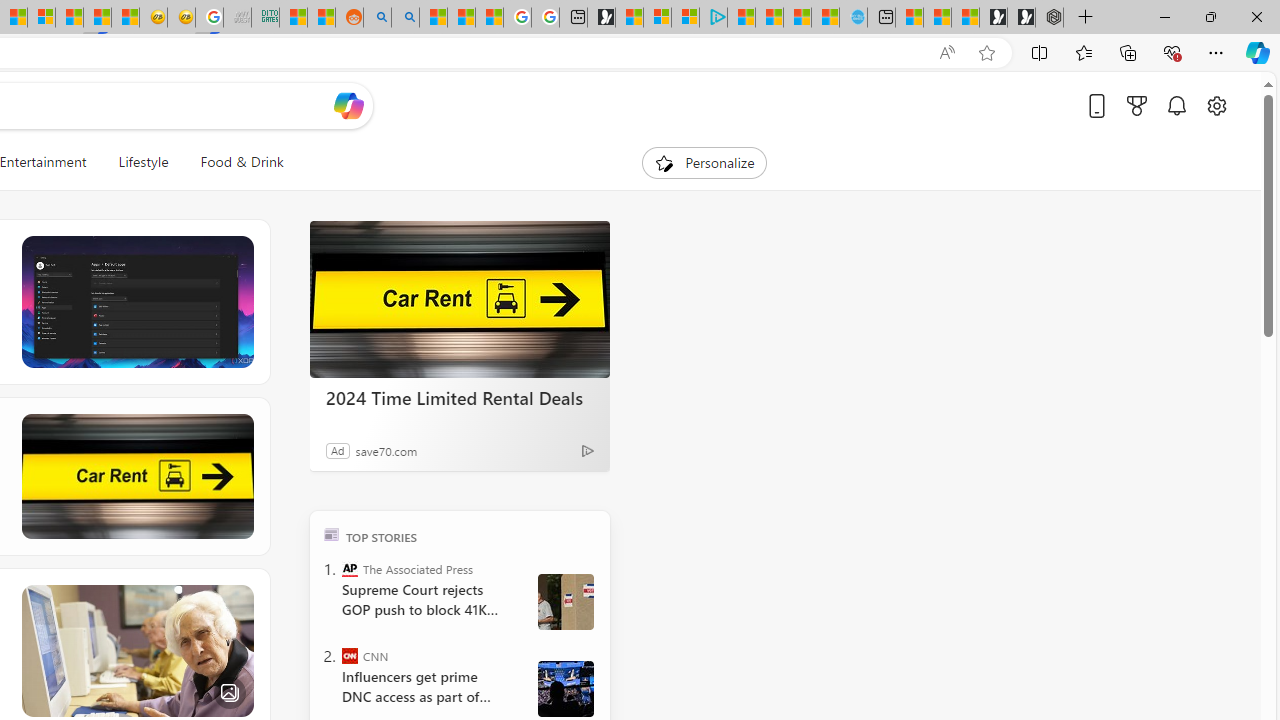 This screenshot has width=1280, height=720. Describe the element at coordinates (332, 533) in the screenshot. I see `'TOP'` at that location.